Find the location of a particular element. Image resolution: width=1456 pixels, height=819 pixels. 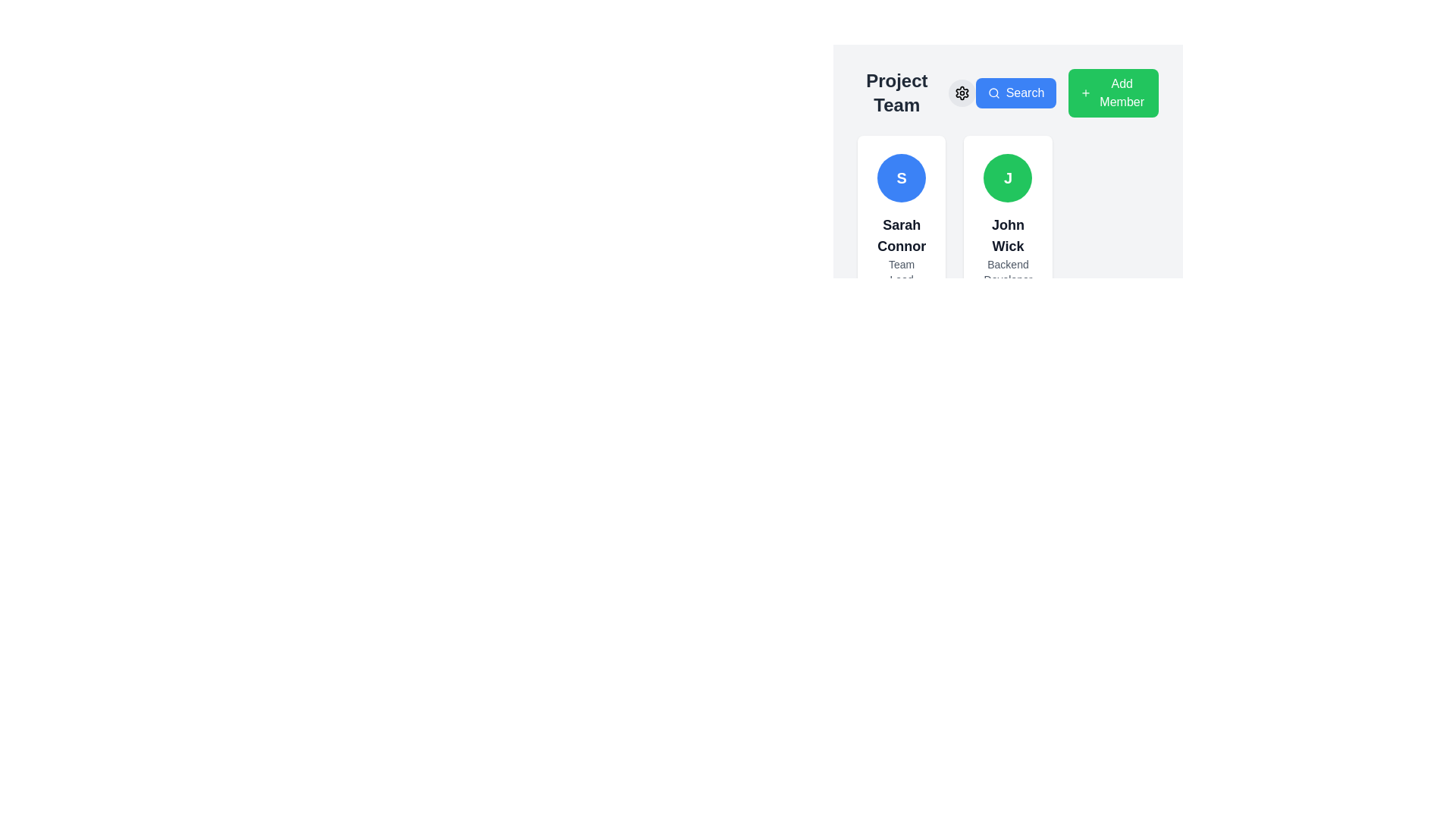

the static text label displaying 'Team Lead', which is located at the bottom of the card below the name 'Sarah Connor' is located at coordinates (902, 271).